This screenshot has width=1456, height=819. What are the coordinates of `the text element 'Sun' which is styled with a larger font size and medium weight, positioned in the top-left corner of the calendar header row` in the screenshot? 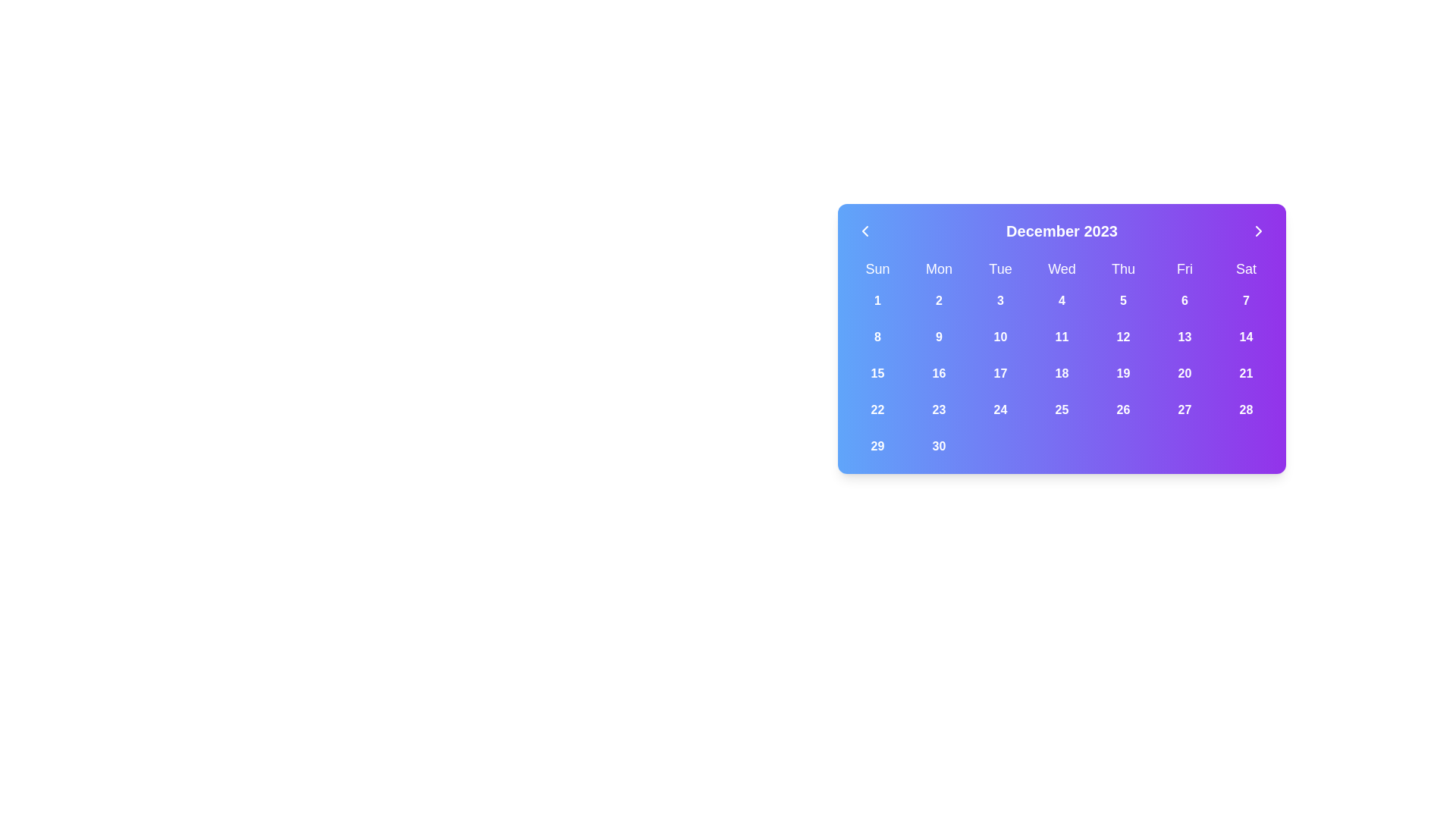 It's located at (877, 268).